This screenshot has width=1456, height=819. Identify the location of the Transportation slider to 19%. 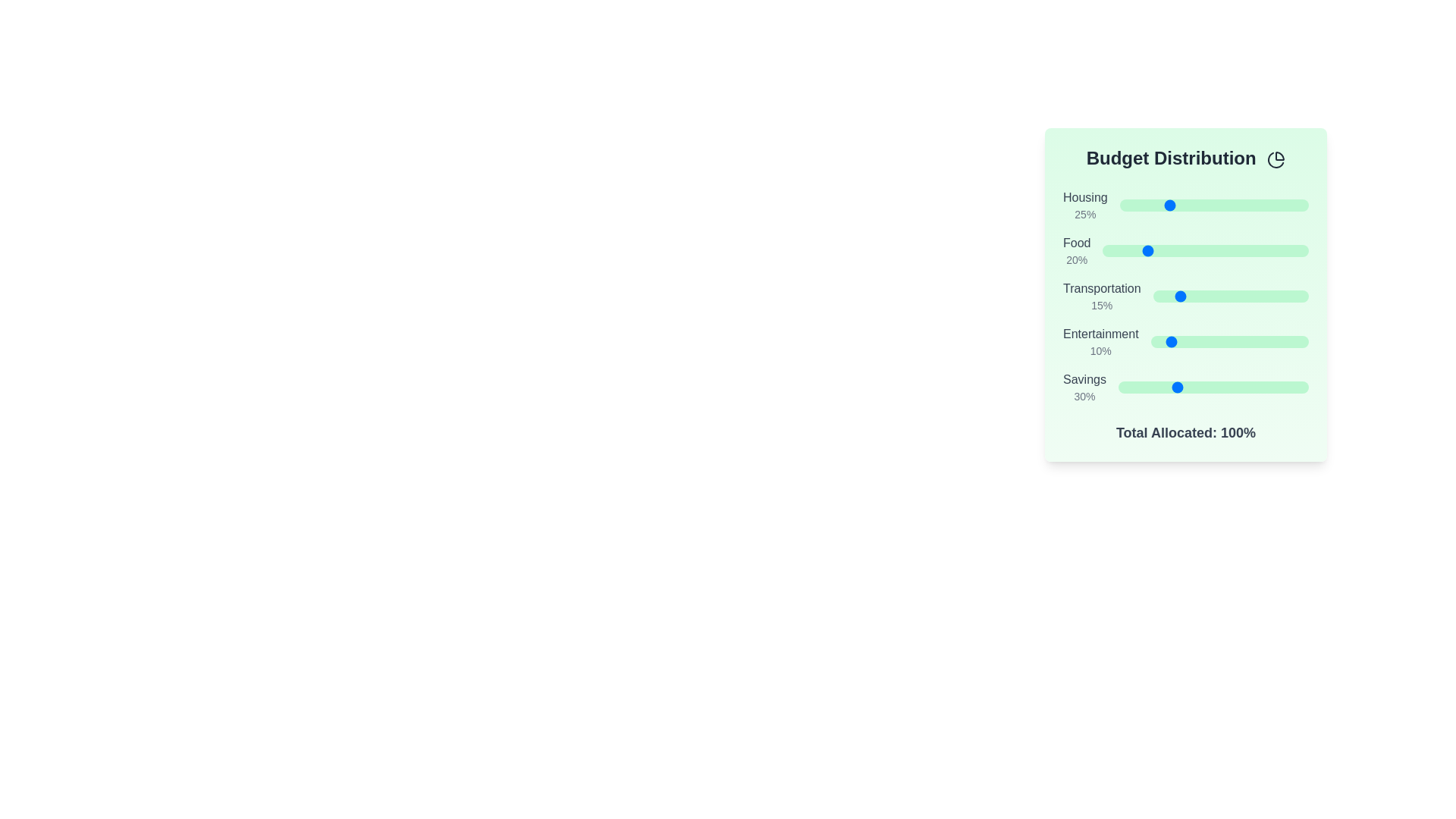
(1181, 296).